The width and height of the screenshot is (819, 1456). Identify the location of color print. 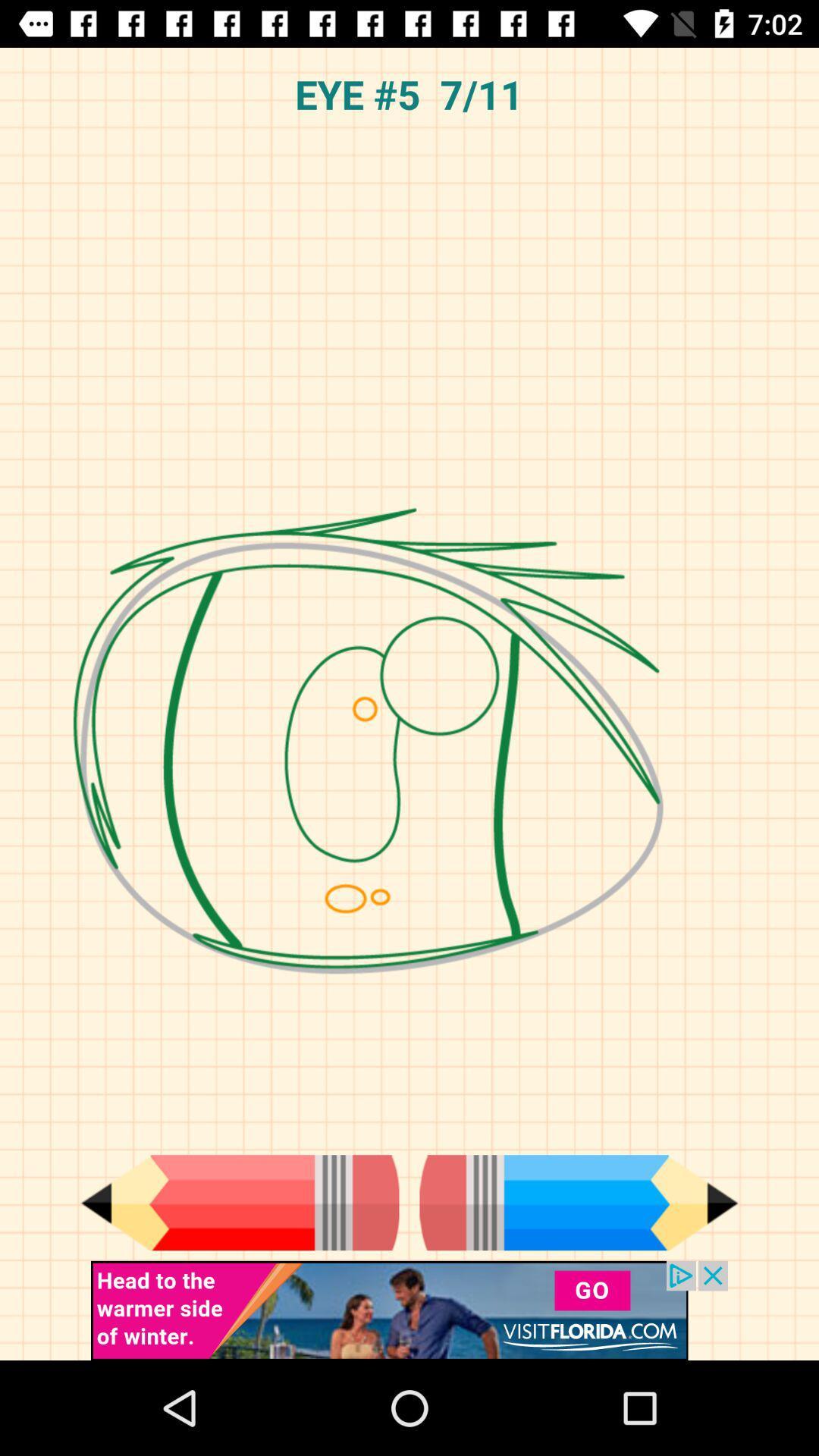
(239, 1202).